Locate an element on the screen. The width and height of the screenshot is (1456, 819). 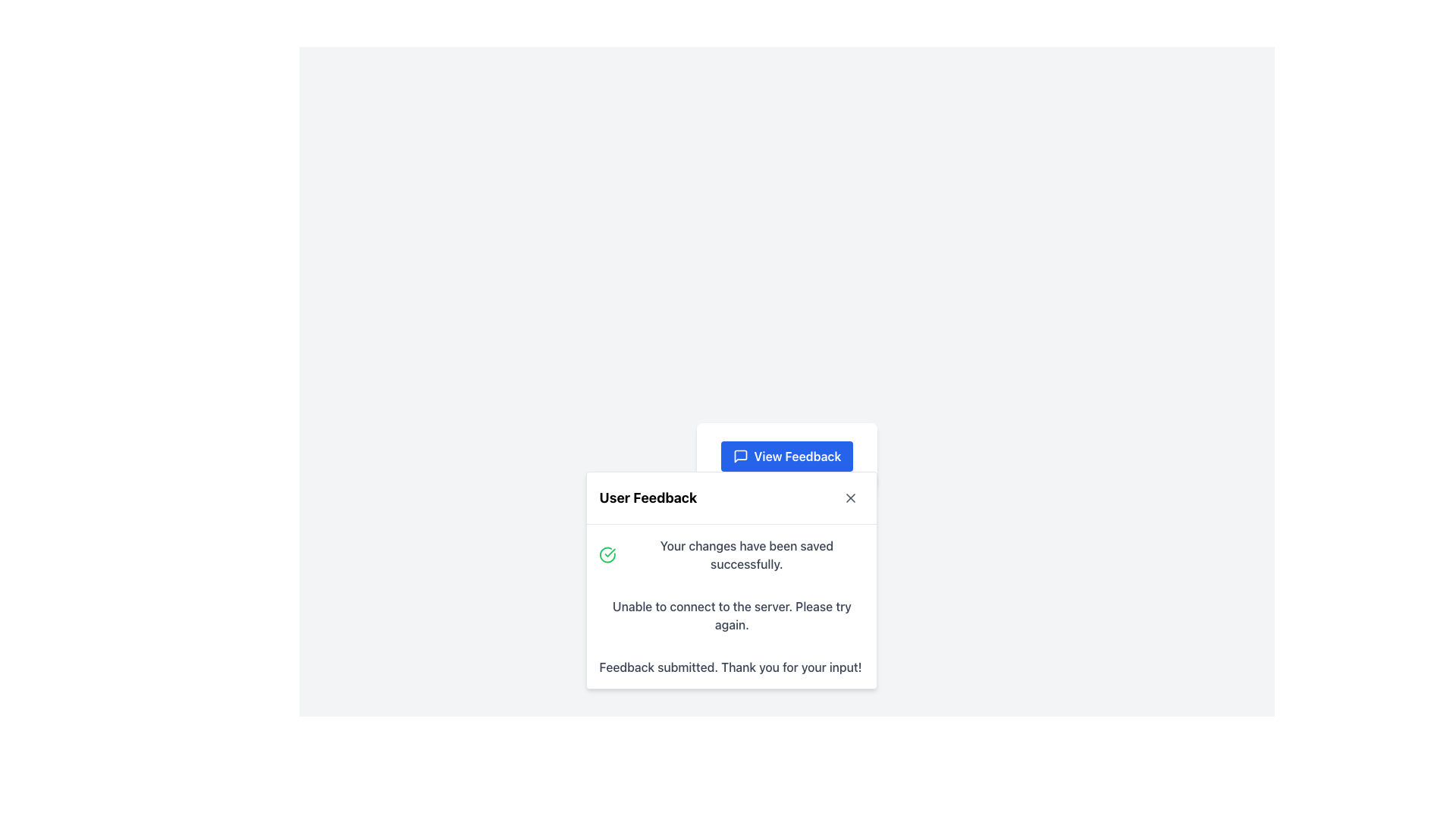
the small gray cross icon located at the top-right corner of the 'User Feedback' modal dialog, represented by two intersecting diagonal lines forming an 'X' shape is located at coordinates (851, 497).